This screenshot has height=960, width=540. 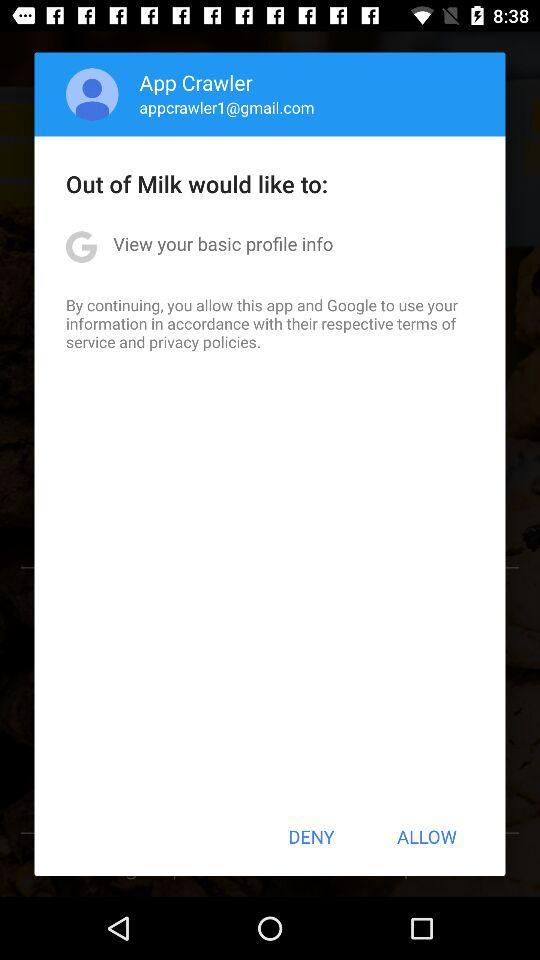 I want to click on item to the left of app crawler, so click(x=91, y=94).